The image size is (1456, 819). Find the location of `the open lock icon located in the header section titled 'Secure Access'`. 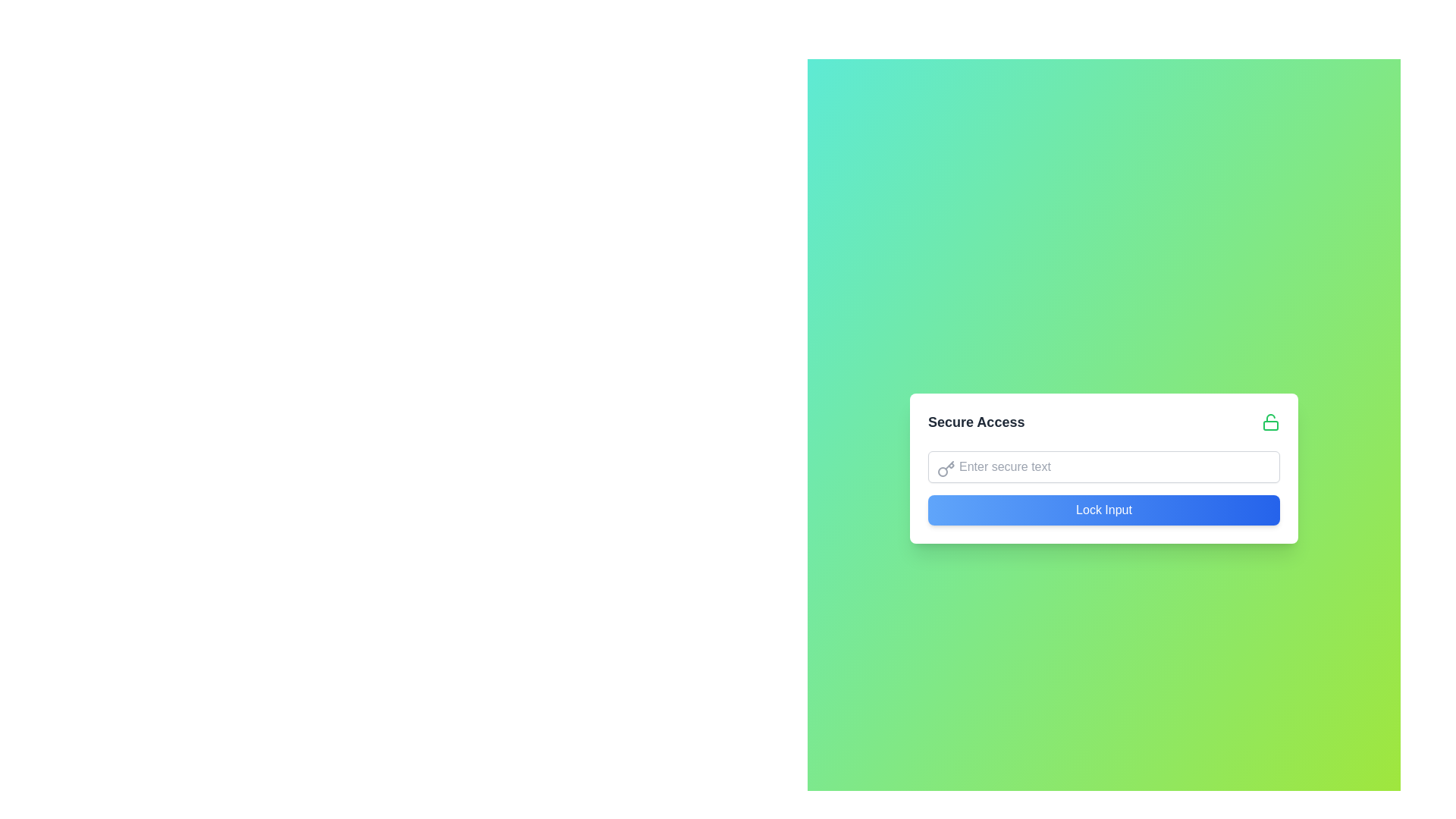

the open lock icon located in the header section titled 'Secure Access' is located at coordinates (1270, 422).